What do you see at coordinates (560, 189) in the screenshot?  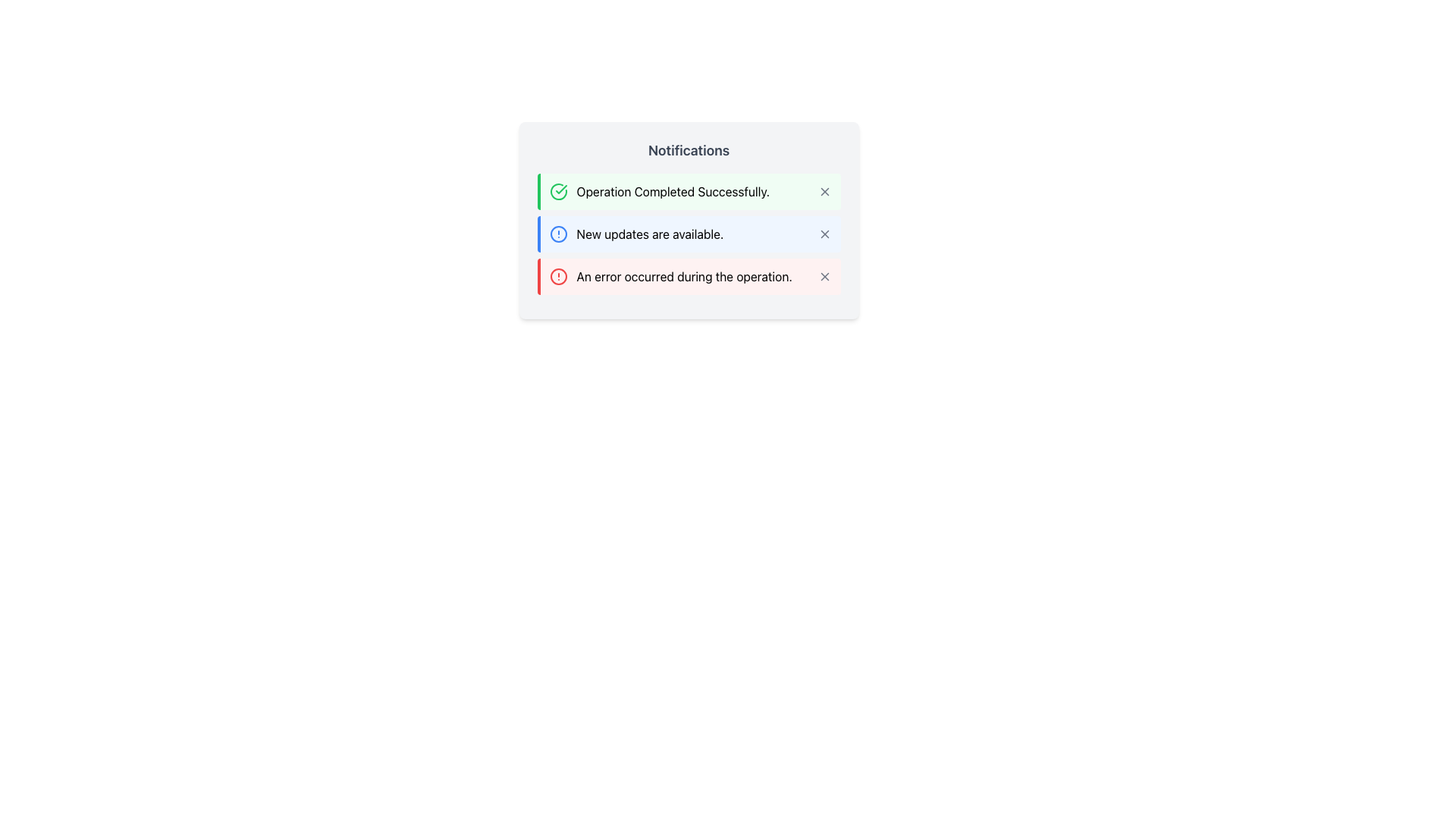 I see `the checkmark icon that signifies the successful completion of an operation, which is part of the green-themed notification labeled 'Operation Completed Successfully.'` at bounding box center [560, 189].